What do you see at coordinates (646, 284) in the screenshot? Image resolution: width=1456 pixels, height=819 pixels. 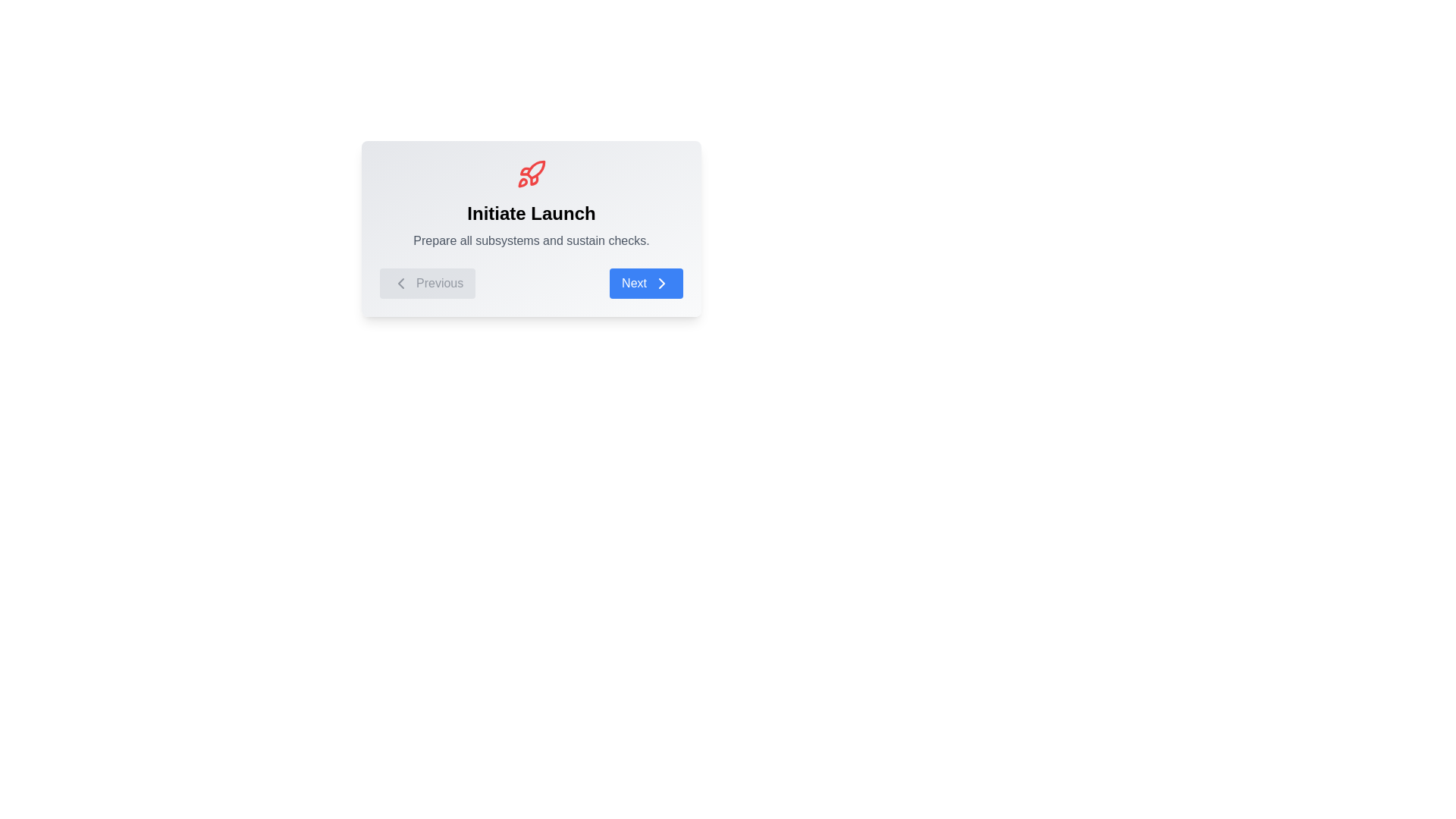 I see `the Next button to navigate` at bounding box center [646, 284].